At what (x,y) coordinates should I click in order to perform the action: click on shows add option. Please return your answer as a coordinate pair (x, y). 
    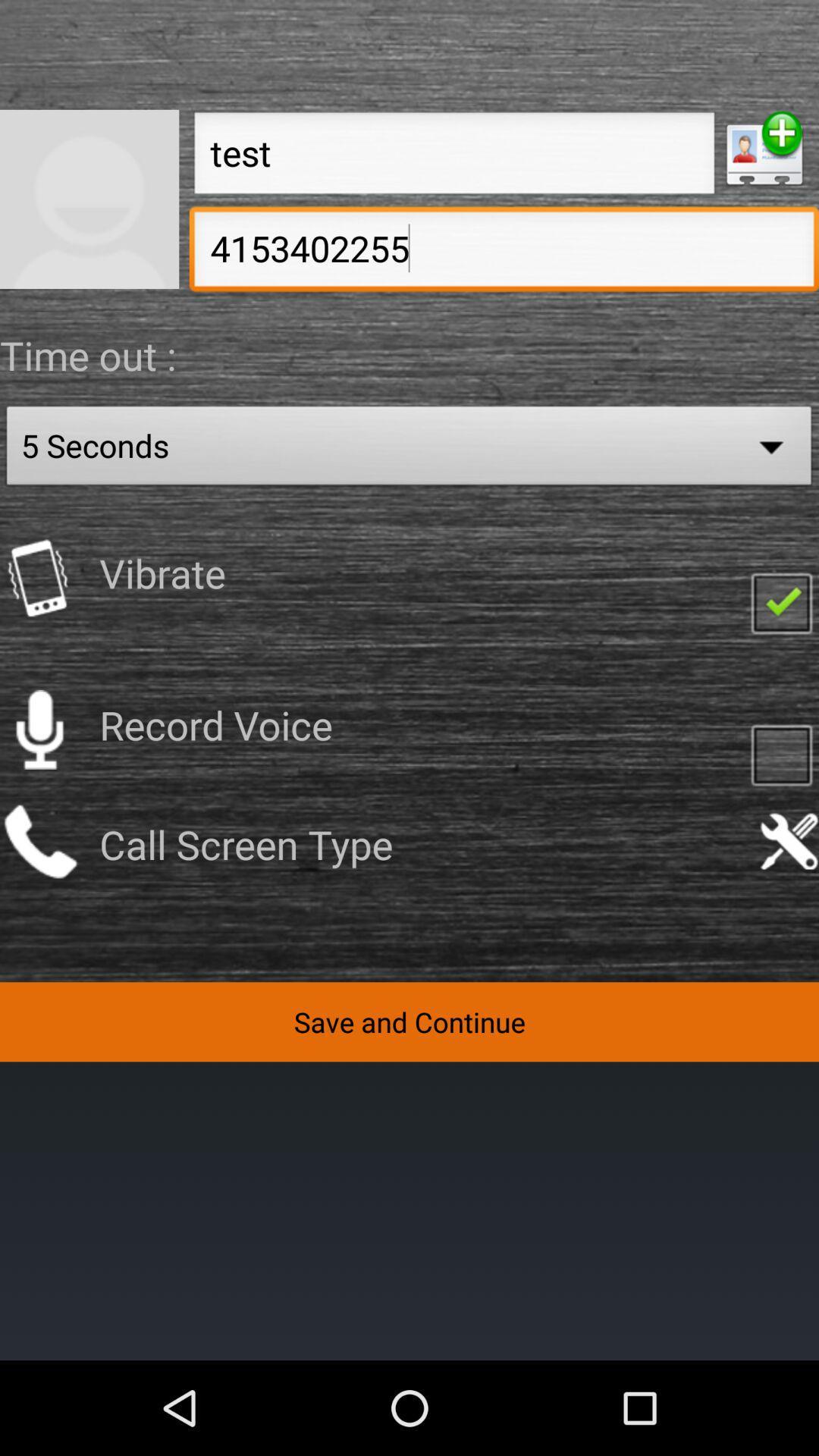
    Looking at the image, I should click on (764, 149).